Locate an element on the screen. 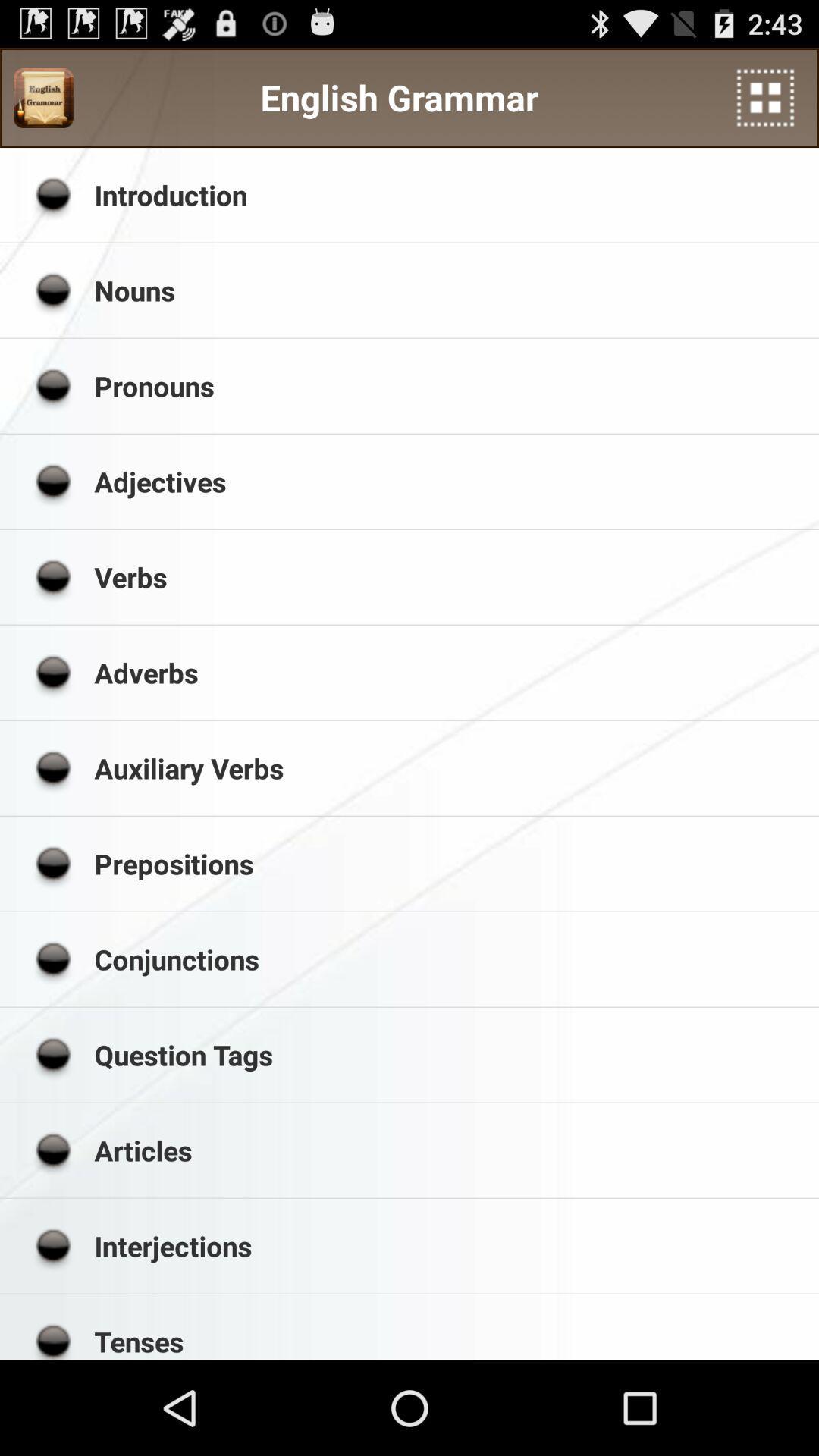 This screenshot has width=819, height=1456. icon above the tenses icon is located at coordinates (450, 1246).